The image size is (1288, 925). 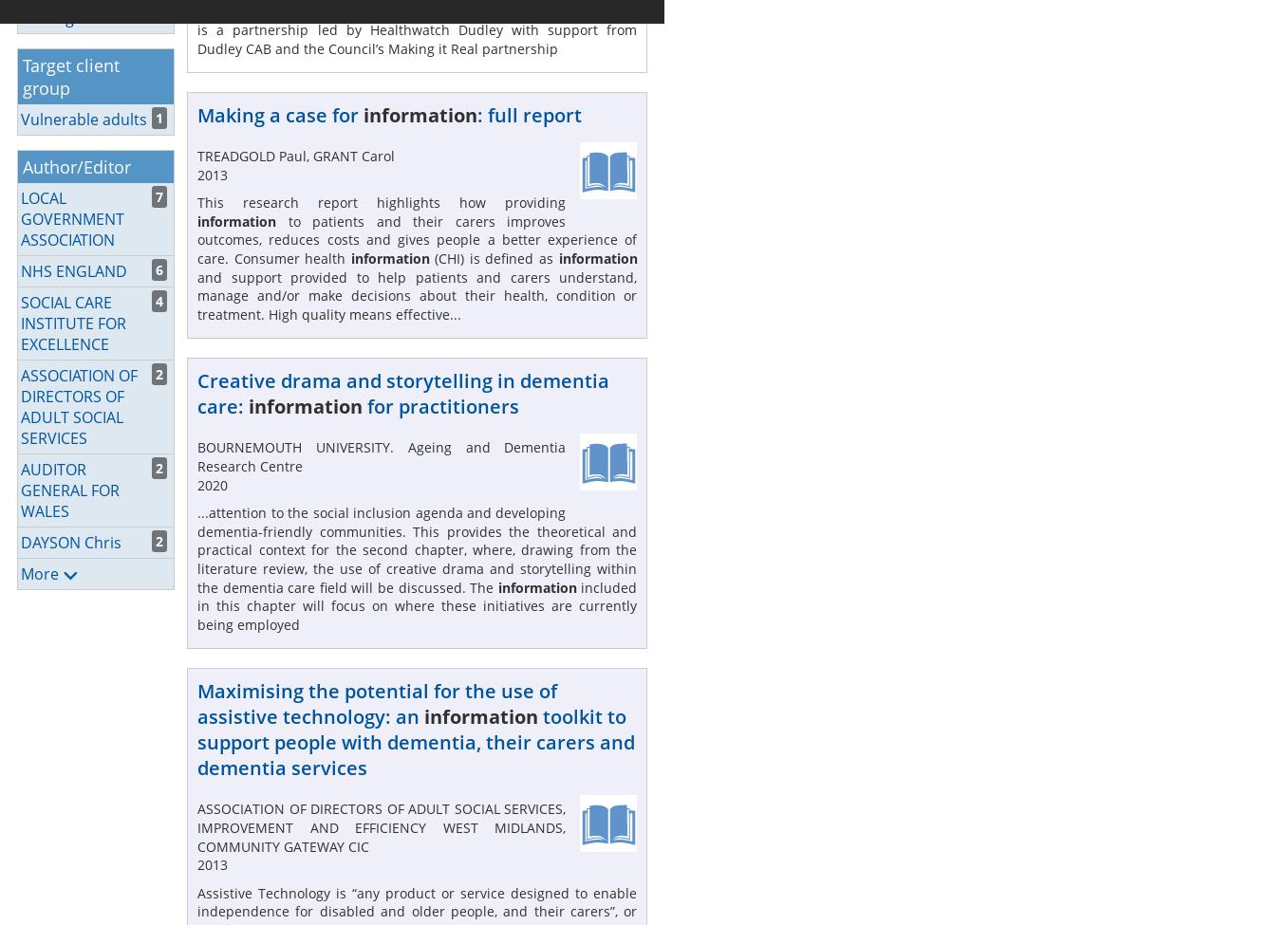 What do you see at coordinates (416, 294) in the screenshot?
I see `'and support provided to help patients and carers understand, manage and/or make decisions about their health, condition or treatment. High quality means effective...'` at bounding box center [416, 294].